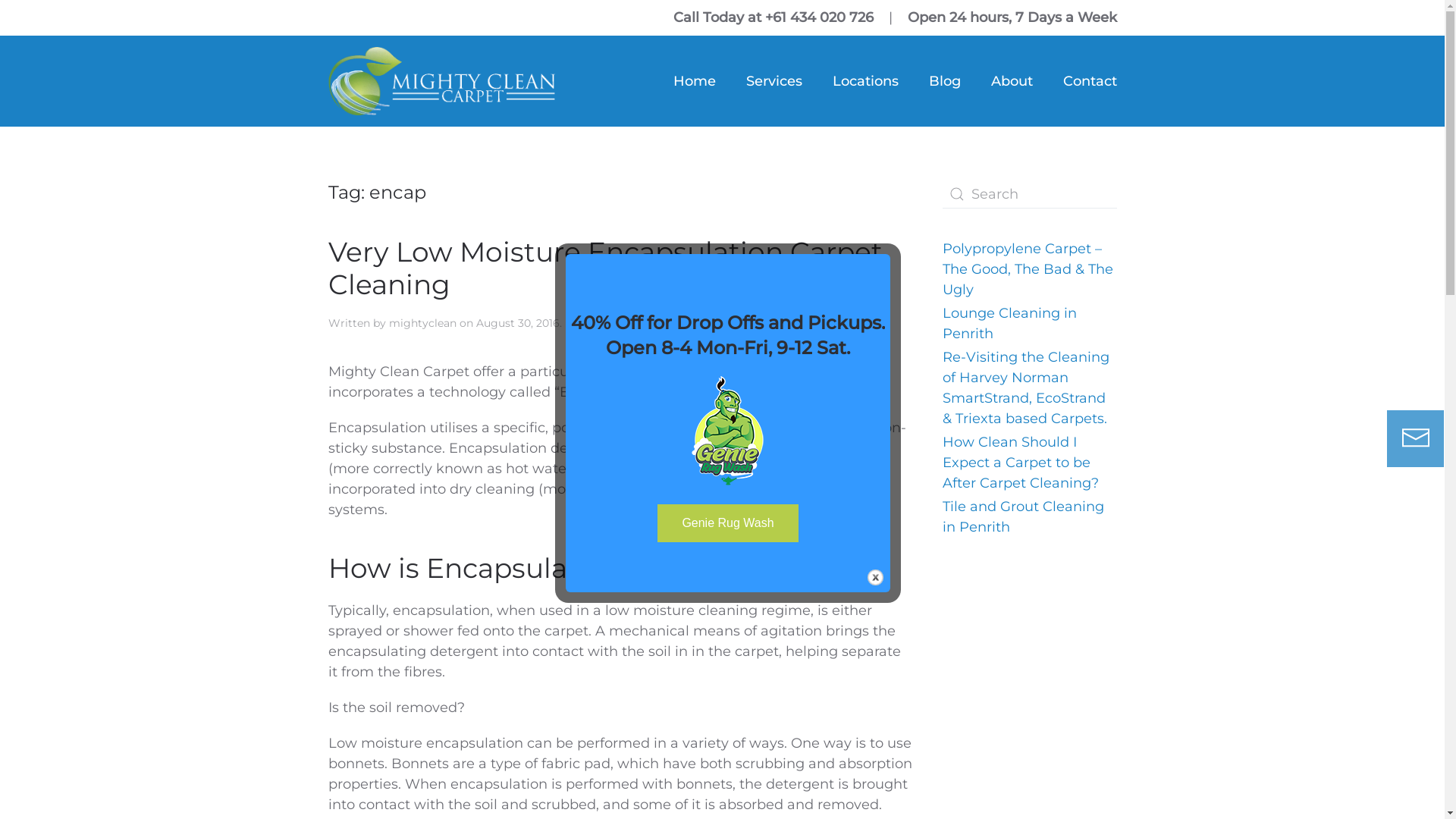 The height and width of the screenshot is (819, 1456). What do you see at coordinates (1009, 322) in the screenshot?
I see `'Lounge Cleaning in Penrith'` at bounding box center [1009, 322].